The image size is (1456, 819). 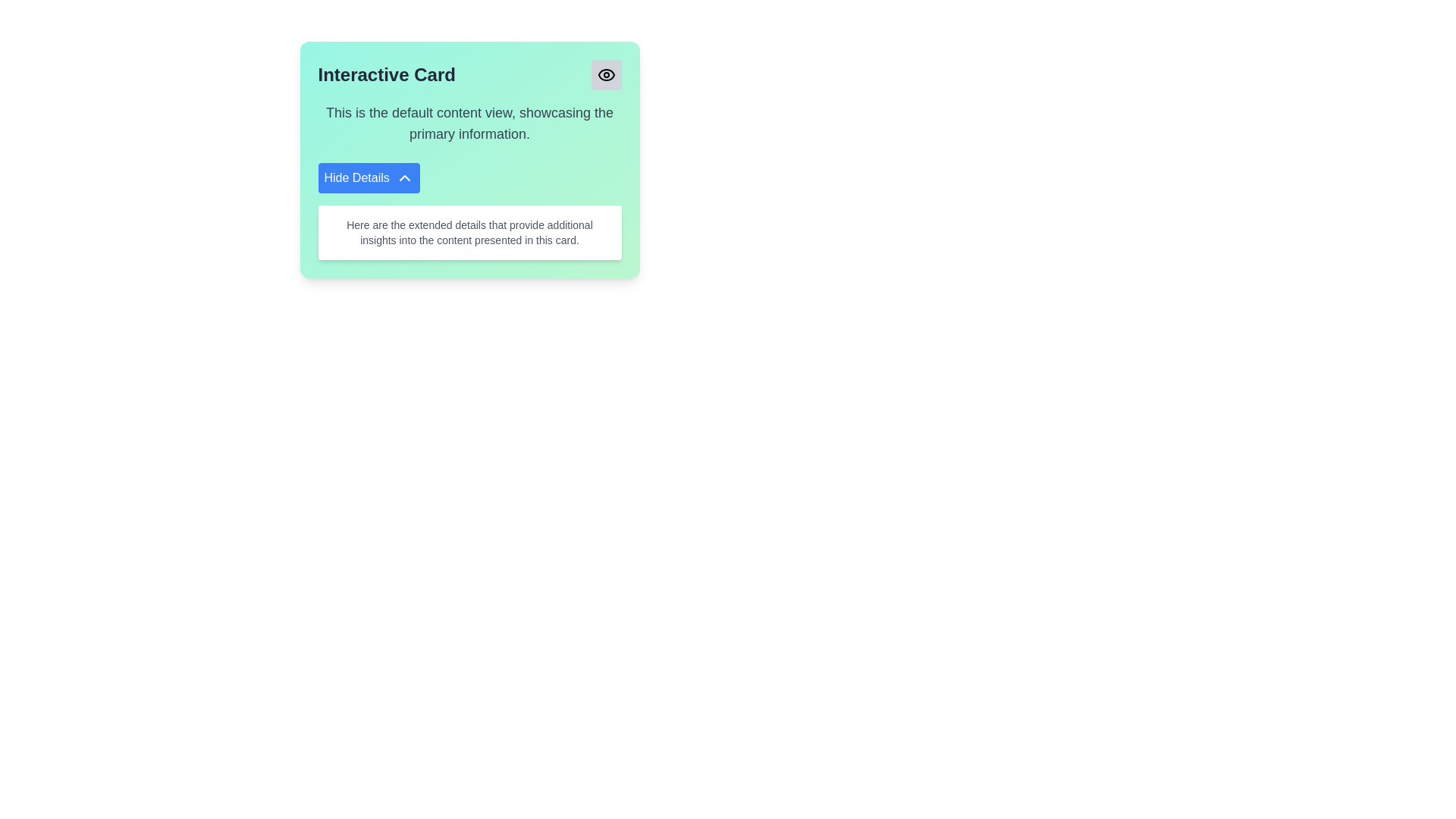 I want to click on text displayed in the text block located below the blue button labeled 'Hide Details' on the card, so click(x=469, y=233).